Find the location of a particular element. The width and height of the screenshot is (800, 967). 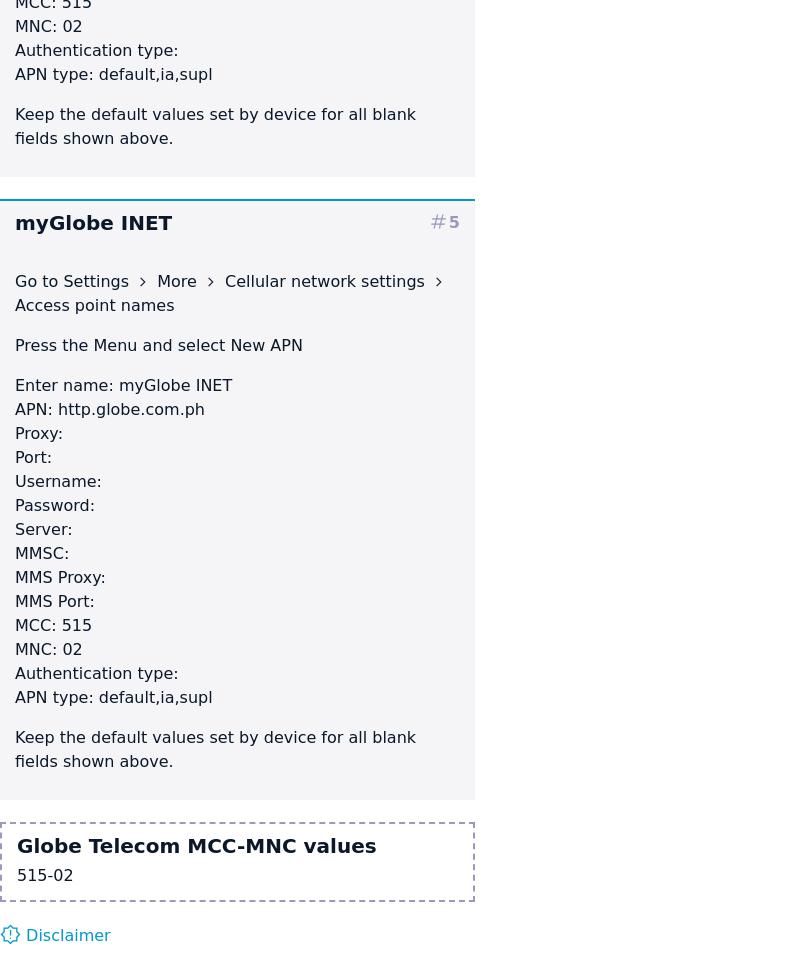

'tag' is located at coordinates (436, 220).